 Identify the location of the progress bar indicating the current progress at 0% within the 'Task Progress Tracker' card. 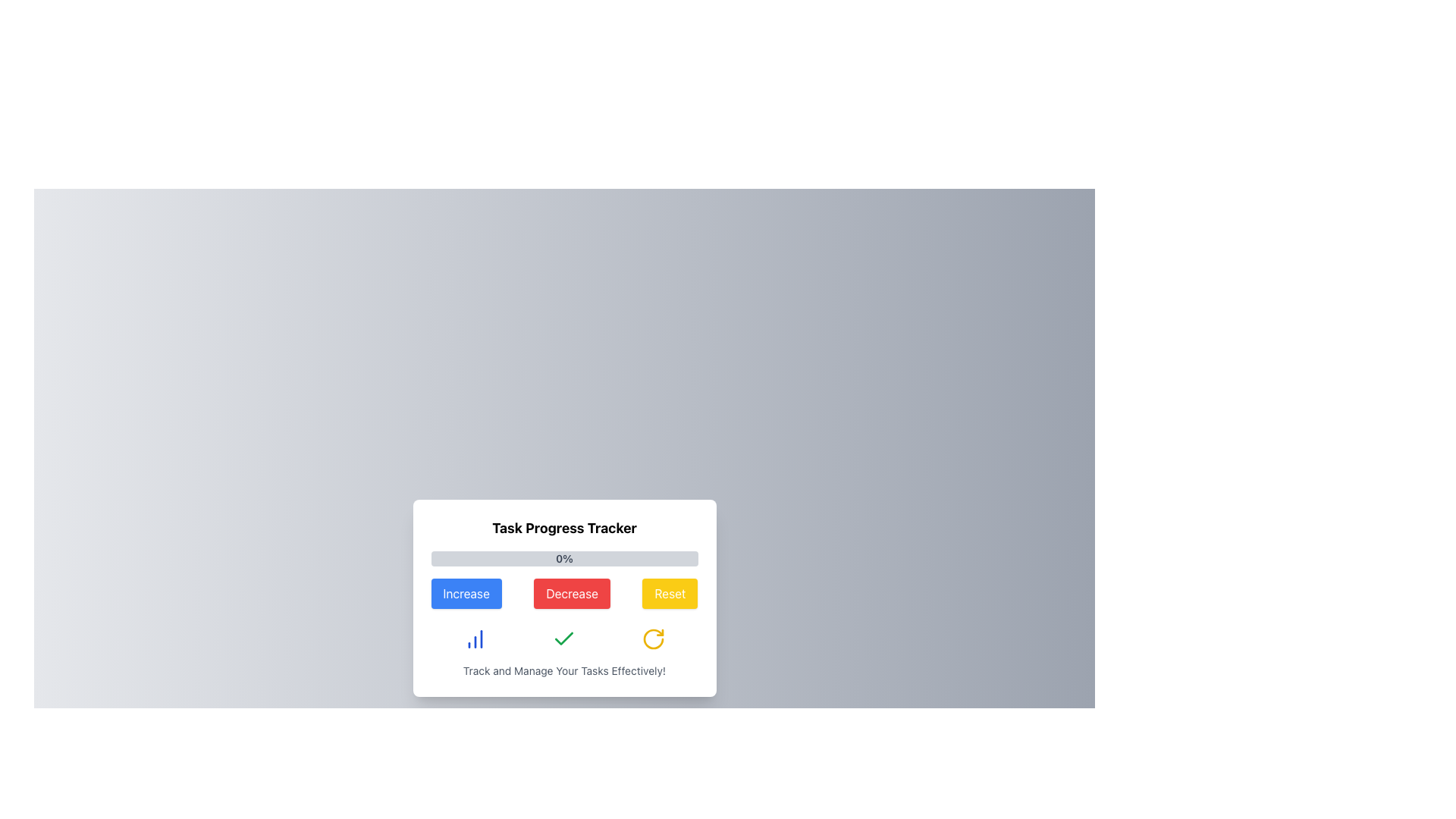
(563, 558).